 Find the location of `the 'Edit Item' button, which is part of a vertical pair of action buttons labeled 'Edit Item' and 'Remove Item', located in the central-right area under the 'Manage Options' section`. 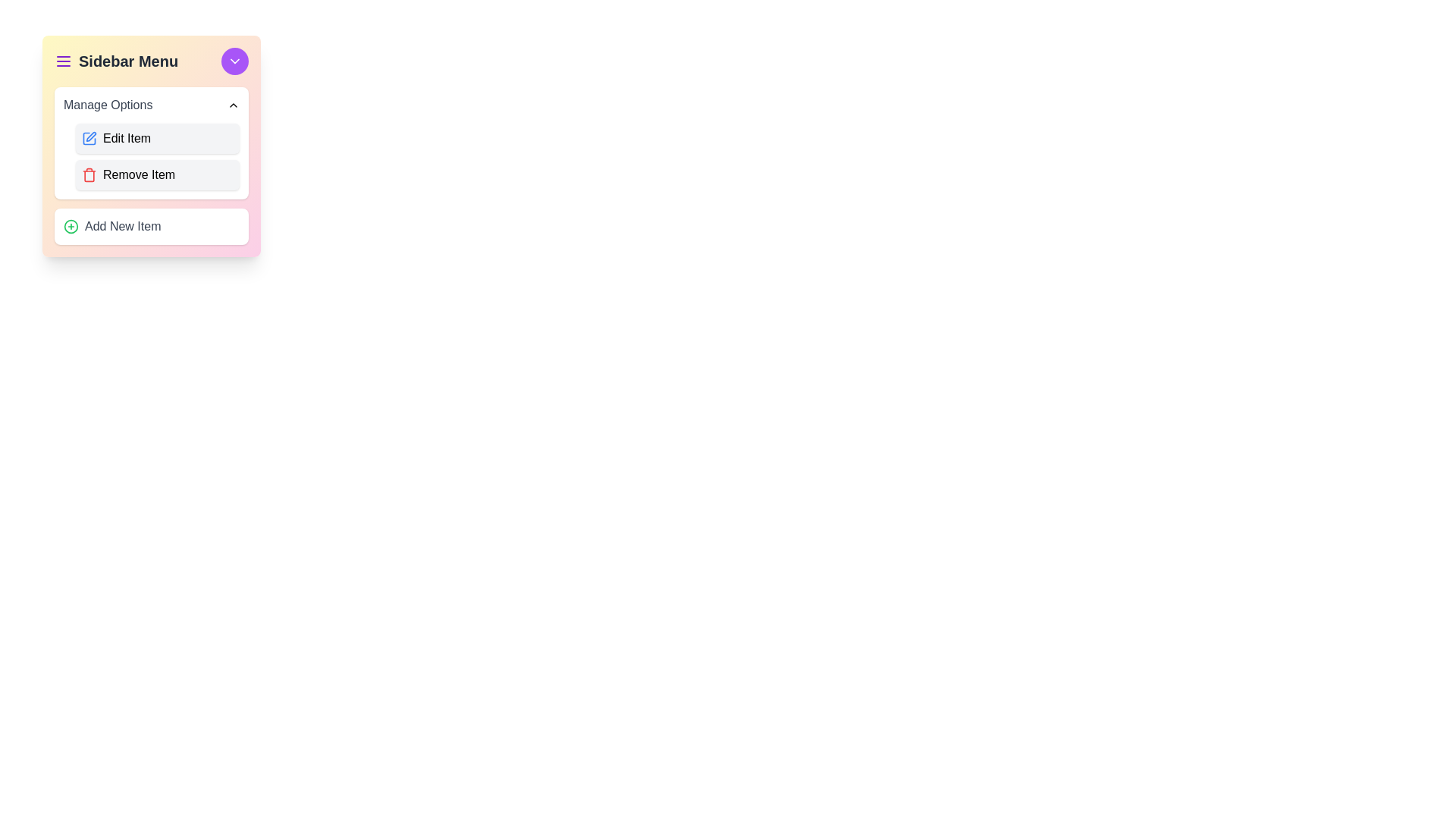

the 'Edit Item' button, which is part of a vertical pair of action buttons labeled 'Edit Item' and 'Remove Item', located in the central-right area under the 'Manage Options' section is located at coordinates (152, 157).